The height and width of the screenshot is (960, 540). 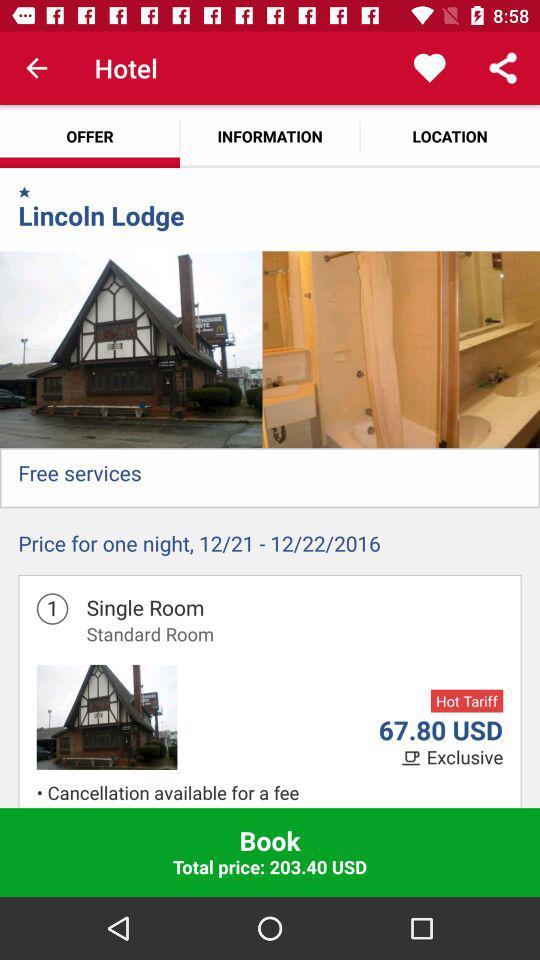 What do you see at coordinates (464, 757) in the screenshot?
I see `the icon below 67.80 usd item` at bounding box center [464, 757].